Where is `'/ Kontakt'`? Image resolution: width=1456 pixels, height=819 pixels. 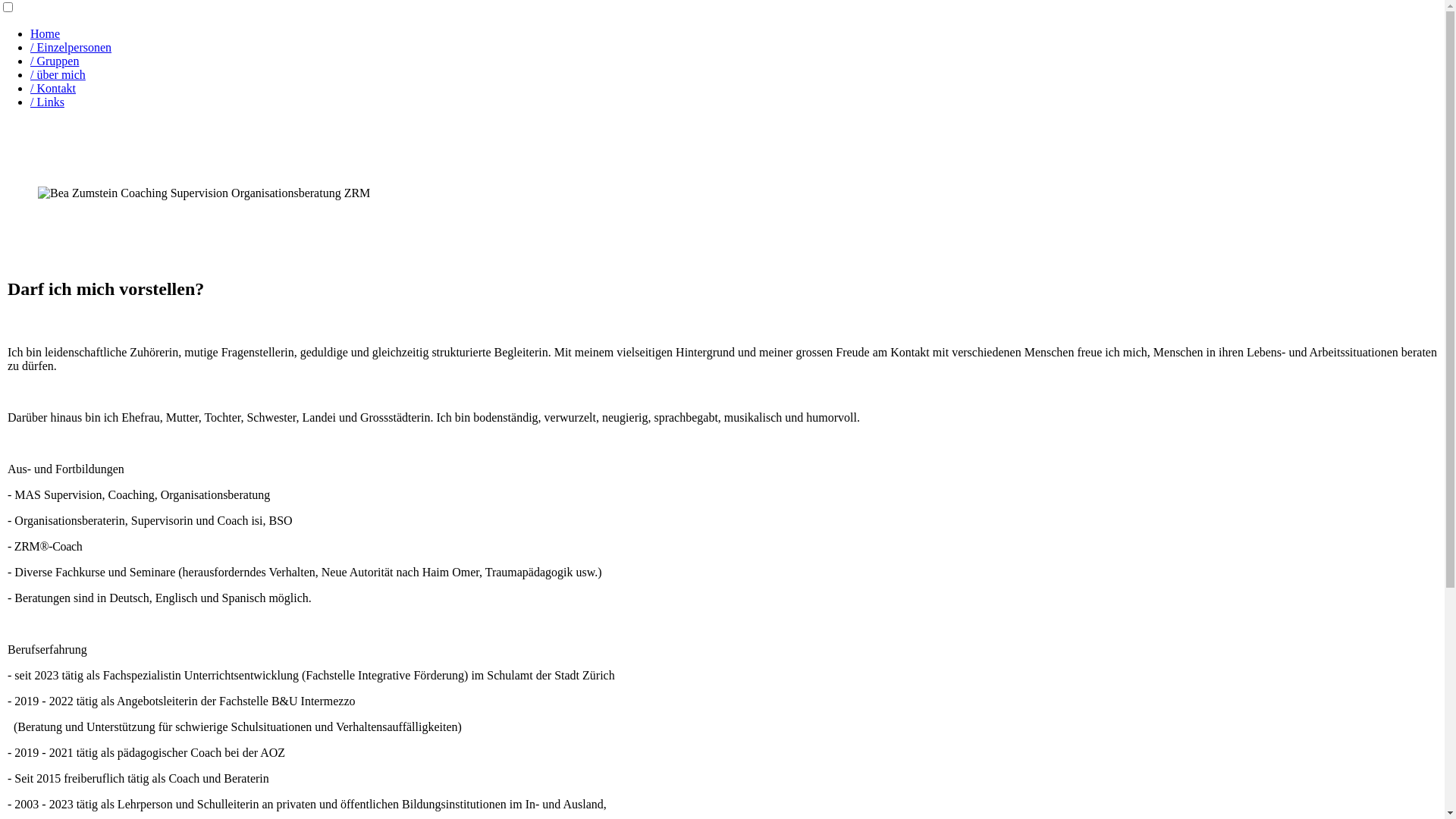
'/ Kontakt' is located at coordinates (53, 88).